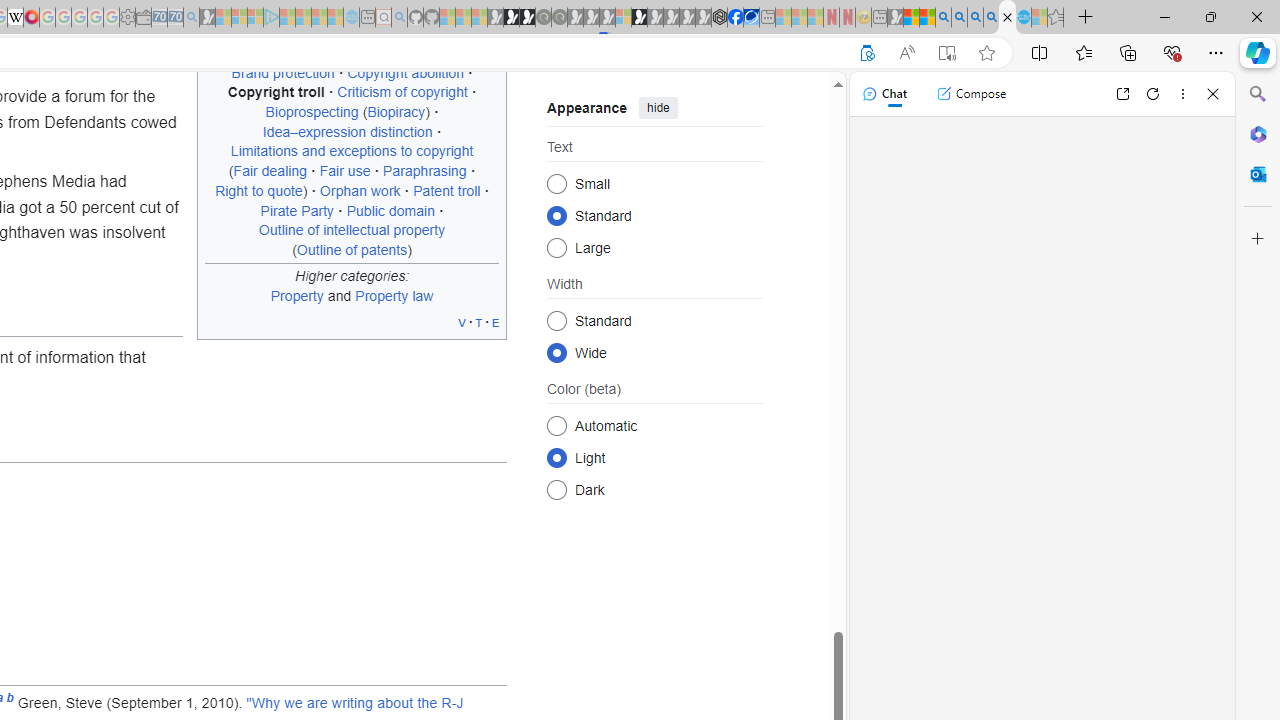 Image resolution: width=1280 pixels, height=720 pixels. What do you see at coordinates (1164, 16) in the screenshot?
I see `'Minimize'` at bounding box center [1164, 16].